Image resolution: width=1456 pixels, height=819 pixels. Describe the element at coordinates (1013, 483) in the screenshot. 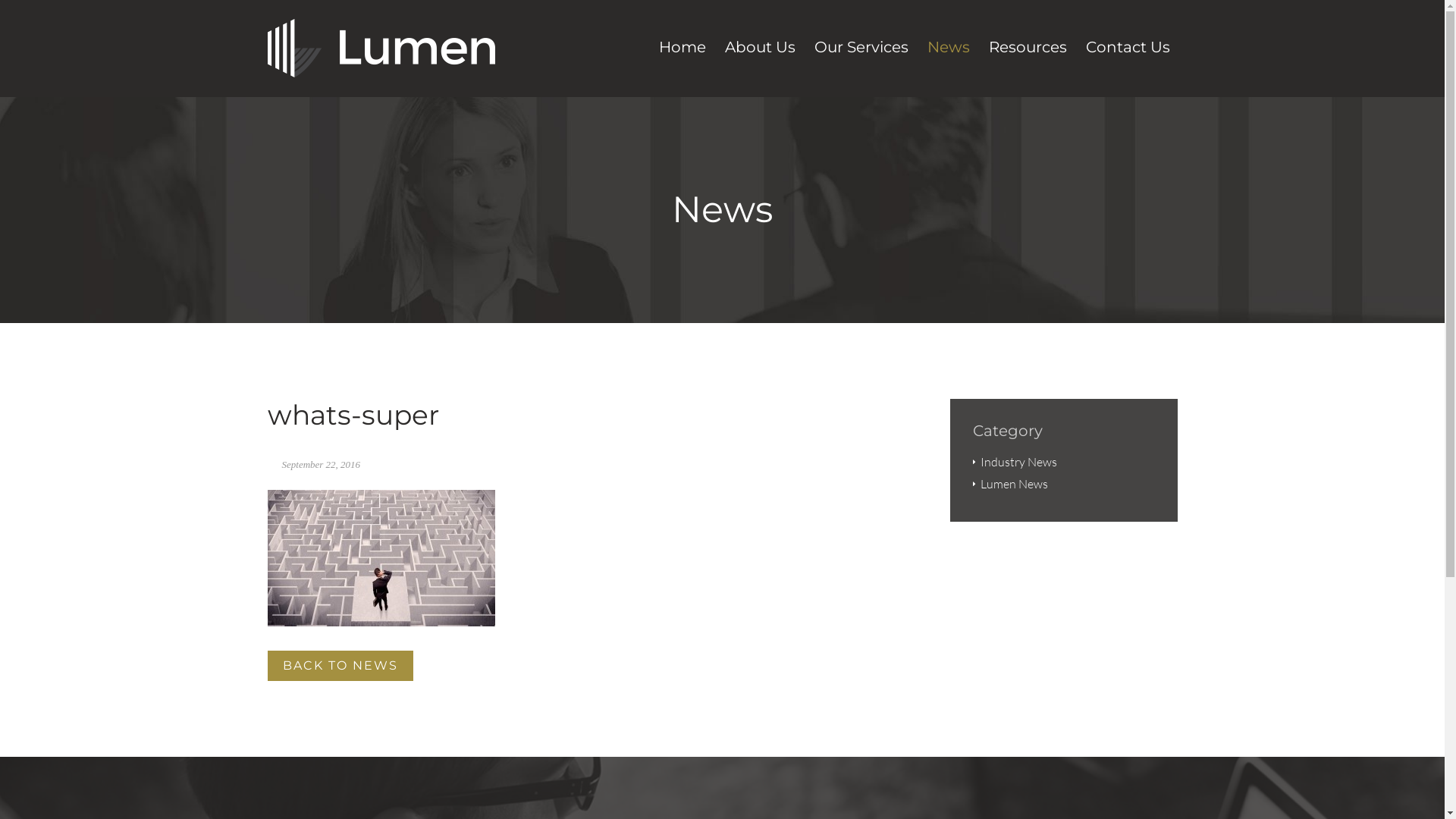

I see `'Lumen News'` at that location.